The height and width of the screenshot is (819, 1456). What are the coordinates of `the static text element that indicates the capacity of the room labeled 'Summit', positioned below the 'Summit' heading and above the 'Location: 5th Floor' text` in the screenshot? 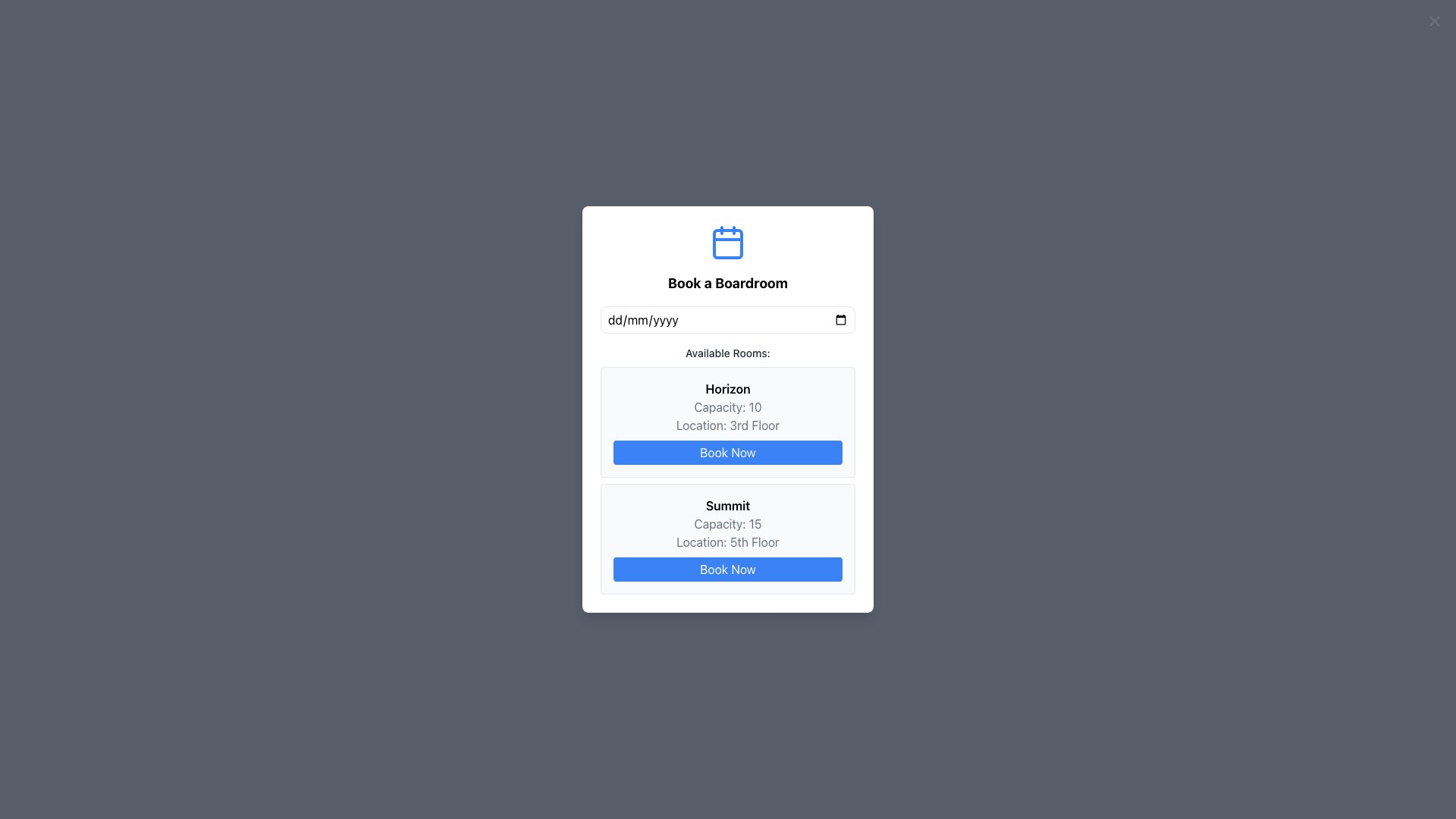 It's located at (728, 522).